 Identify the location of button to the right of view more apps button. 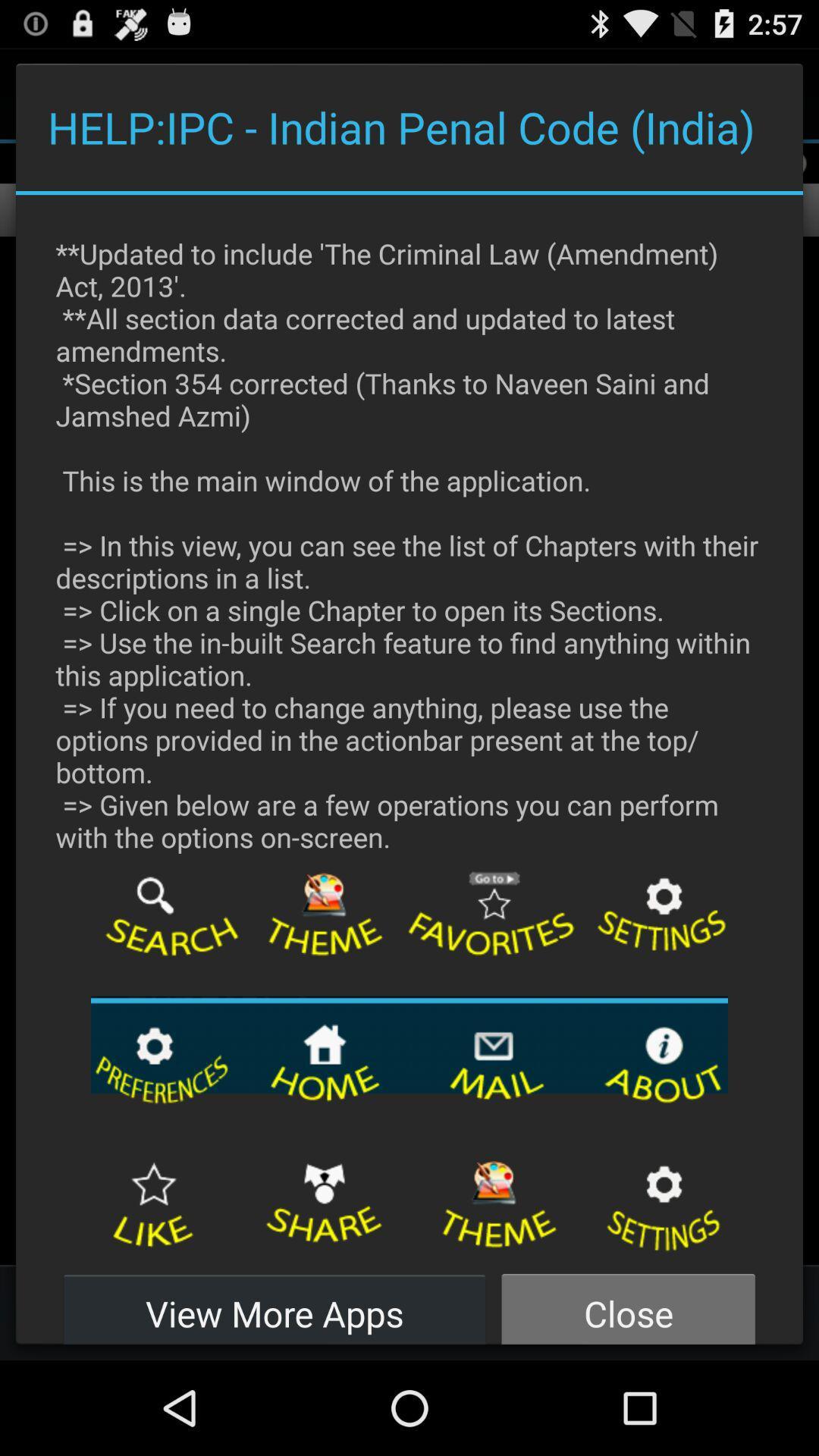
(628, 1304).